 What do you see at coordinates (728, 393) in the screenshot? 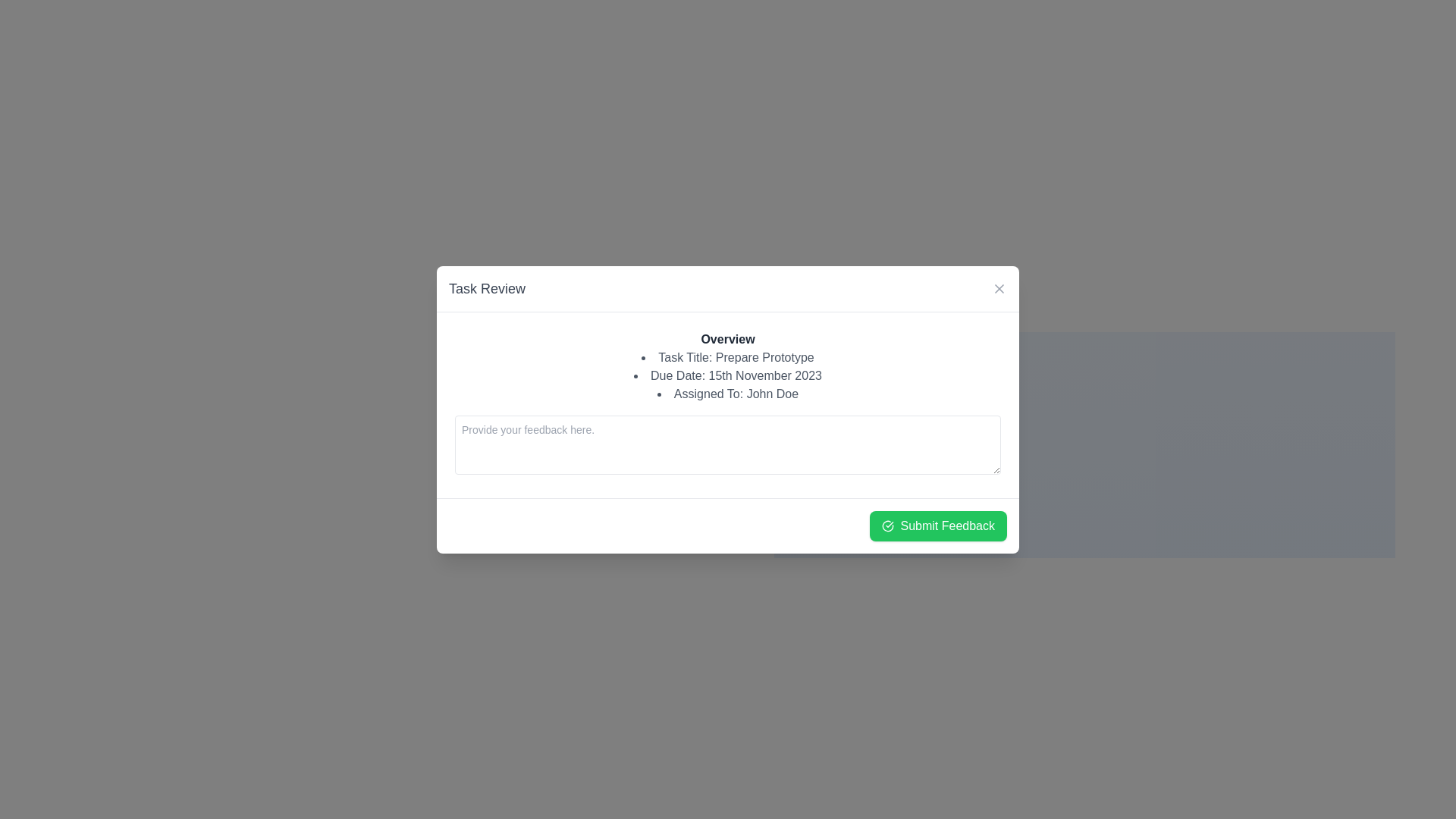
I see `the text label displaying 'Assigned To: John Doe', which is the third item in a bullet-point list within a pop-up modal` at bounding box center [728, 393].